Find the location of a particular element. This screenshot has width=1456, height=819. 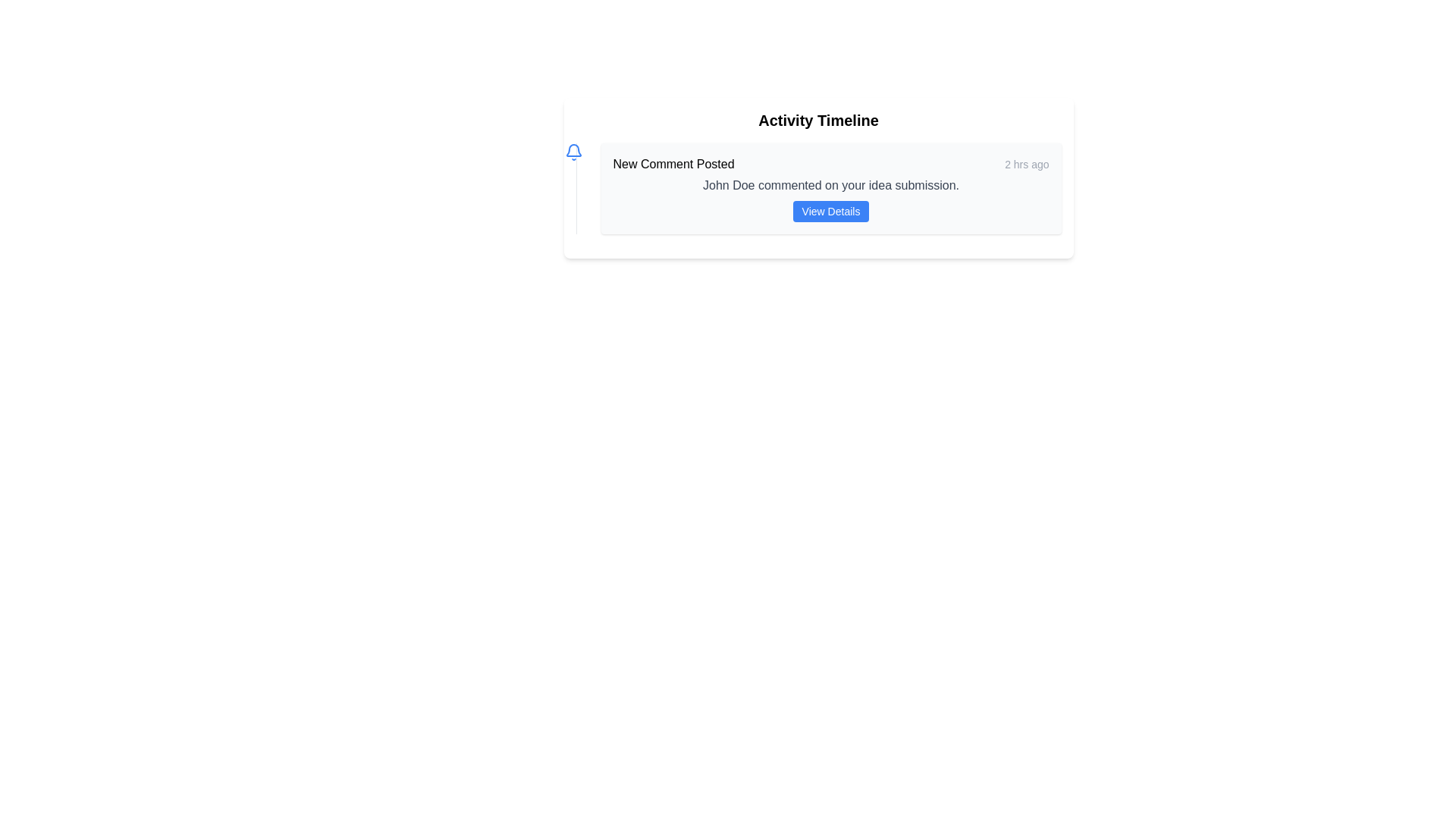

text content informing the user about a comment made by John Doe on their idea submission, located below 'New Comment Posted' and above 'View Details' is located at coordinates (830, 185).